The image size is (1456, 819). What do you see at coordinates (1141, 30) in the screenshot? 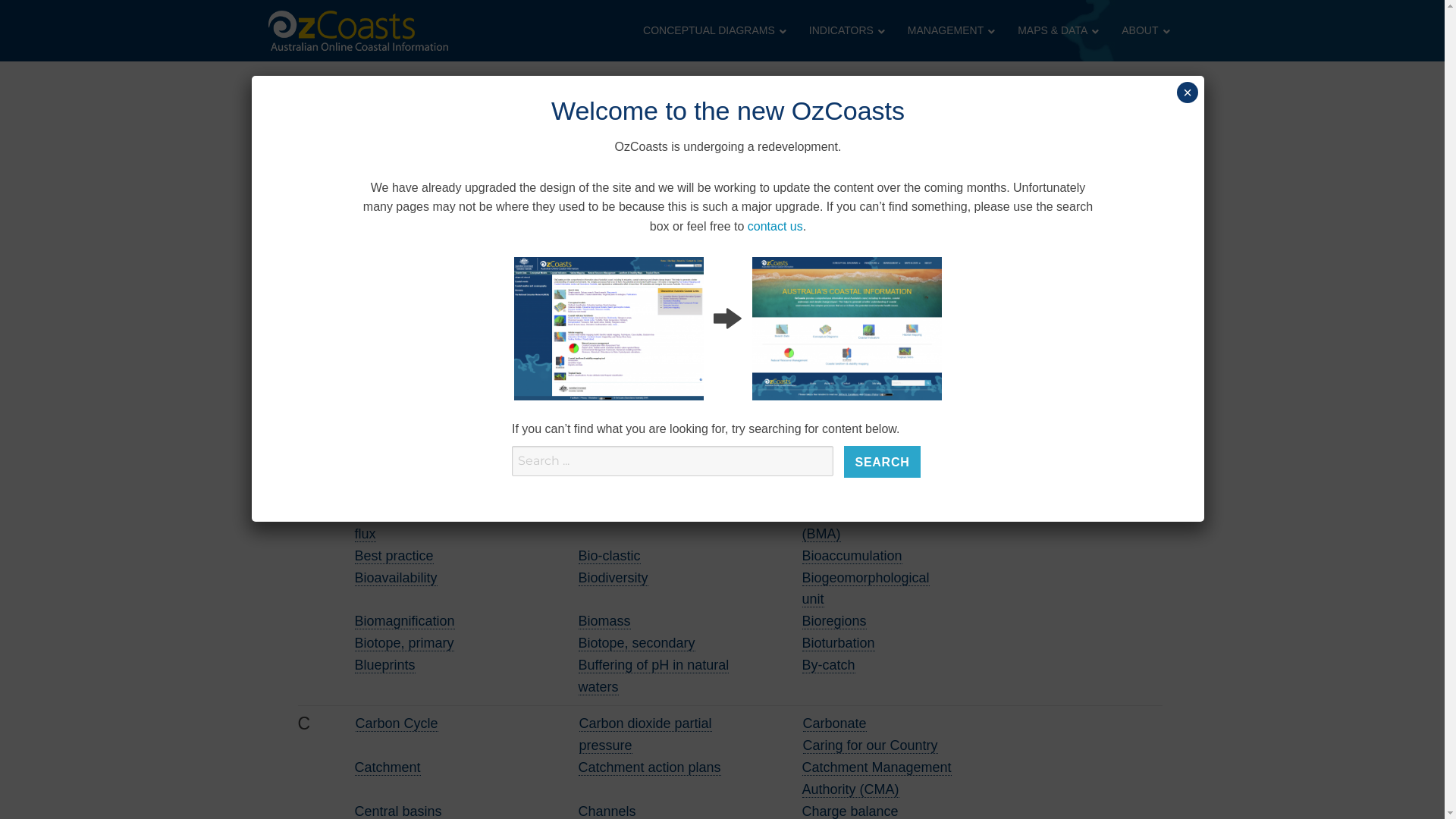
I see `'ABOUT'` at bounding box center [1141, 30].